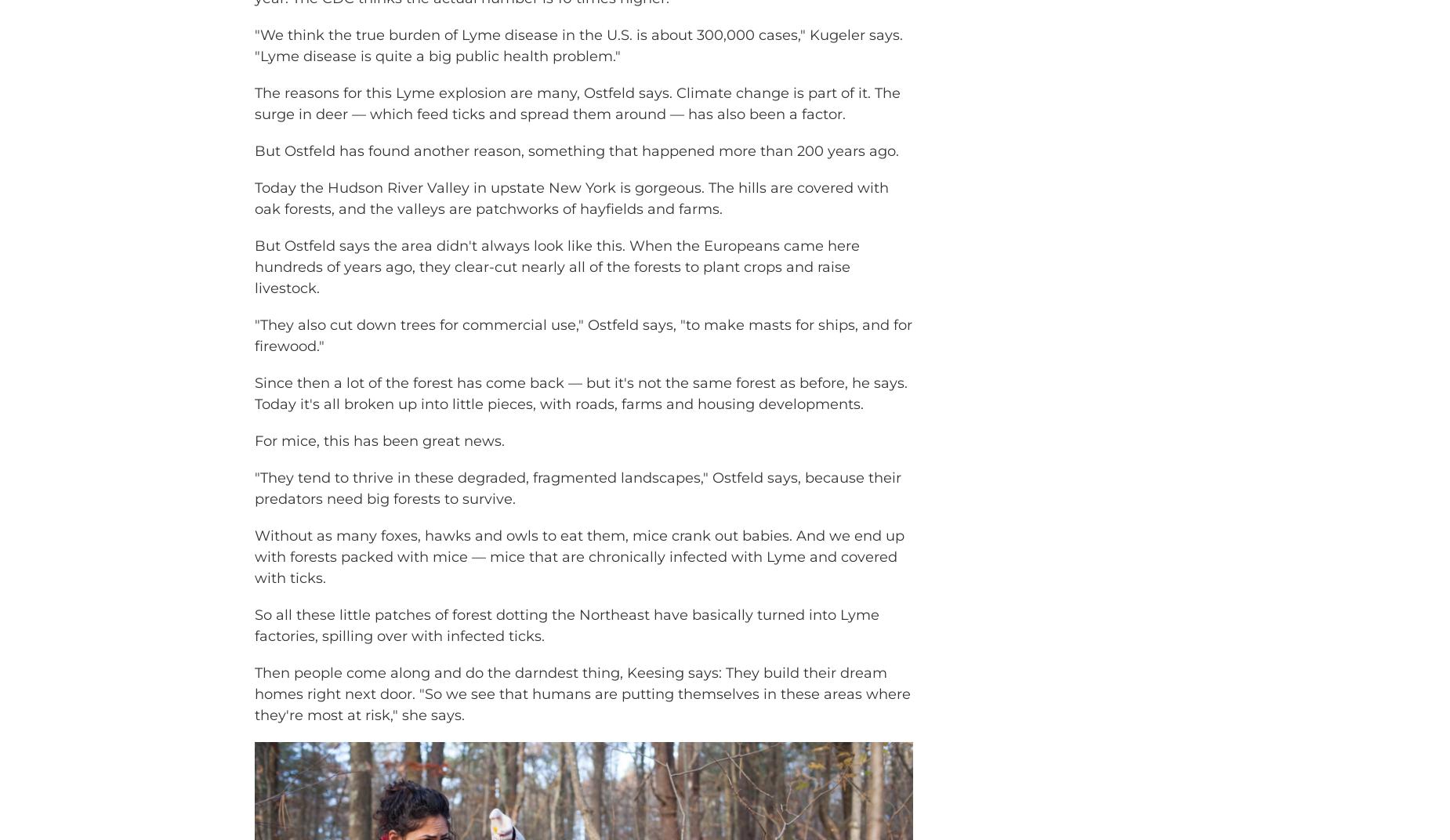 The height and width of the screenshot is (840, 1450). What do you see at coordinates (578, 125) in the screenshot?
I see `'The reasons for this Lyme explosion are many, Ostfeld says. Climate change is part of it. The surge in deer — which feed ticks and spread them around — has also been a factor.'` at bounding box center [578, 125].